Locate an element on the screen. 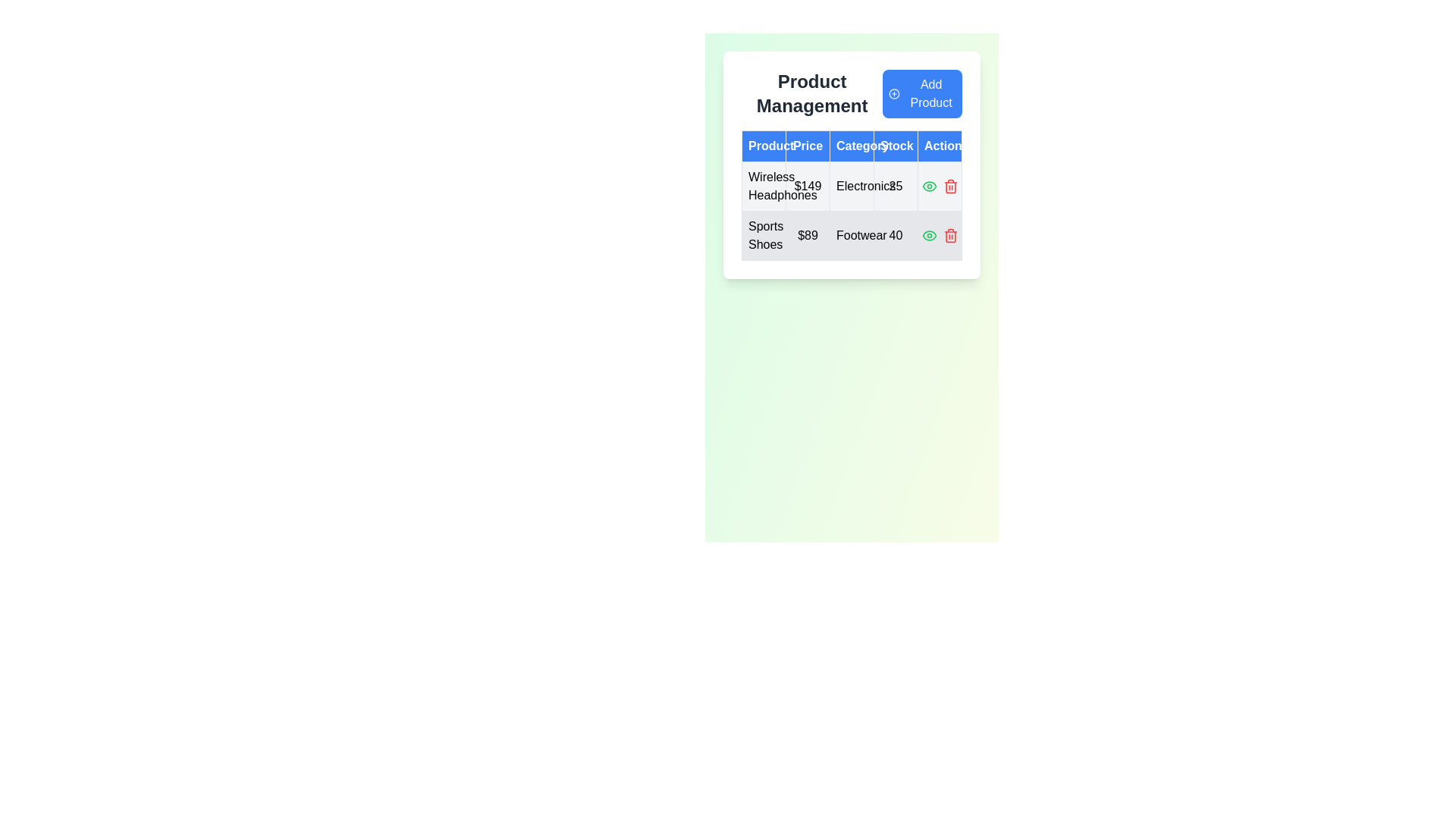 The width and height of the screenshot is (1456, 819). the TableCell displaying product information, which includes name, price, category, and stock quantity in the first row of the product table is located at coordinates (852, 211).